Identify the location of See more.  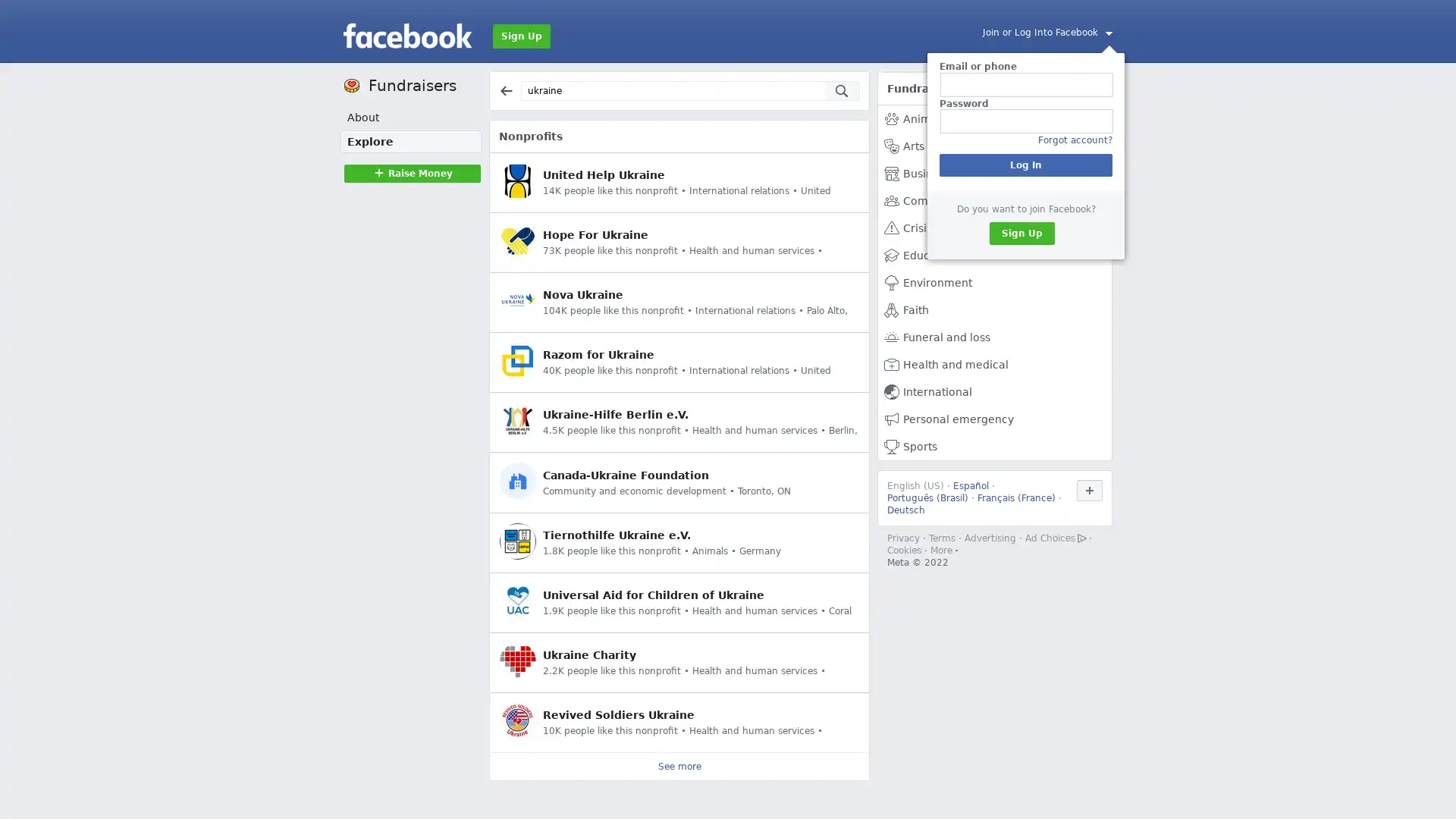
(679, 765).